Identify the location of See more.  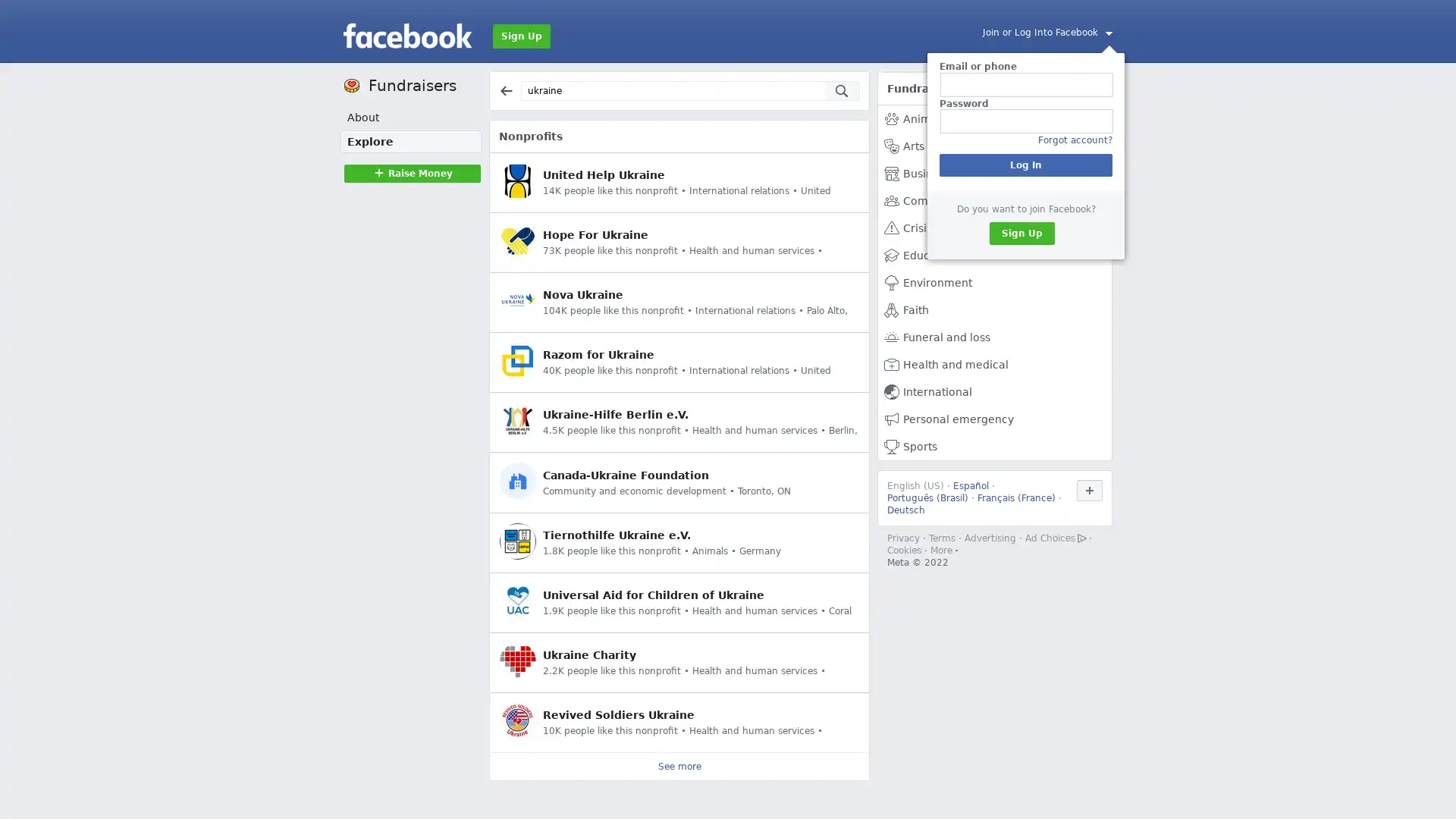
(679, 765).